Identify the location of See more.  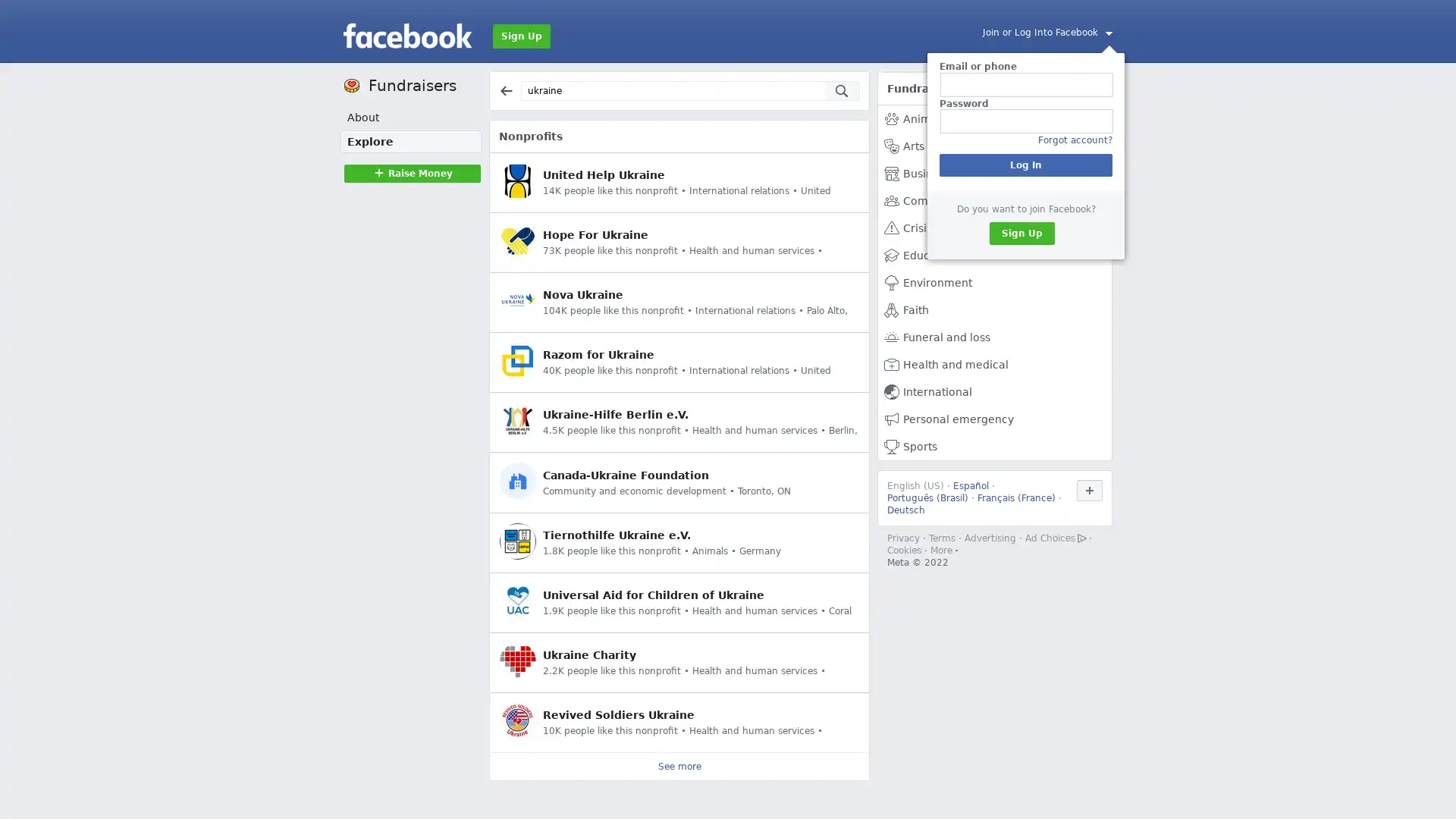
(679, 765).